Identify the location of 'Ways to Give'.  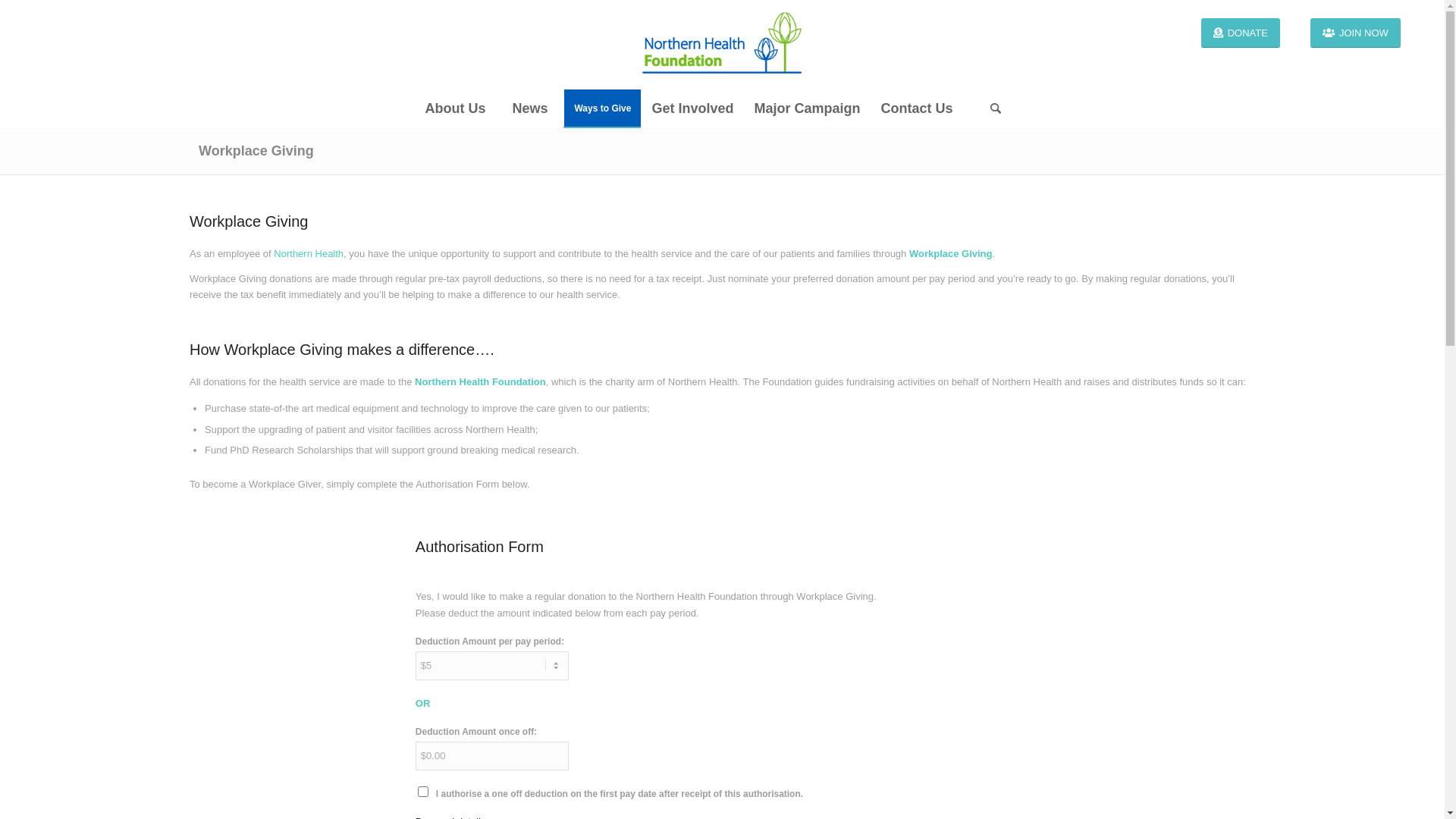
(601, 107).